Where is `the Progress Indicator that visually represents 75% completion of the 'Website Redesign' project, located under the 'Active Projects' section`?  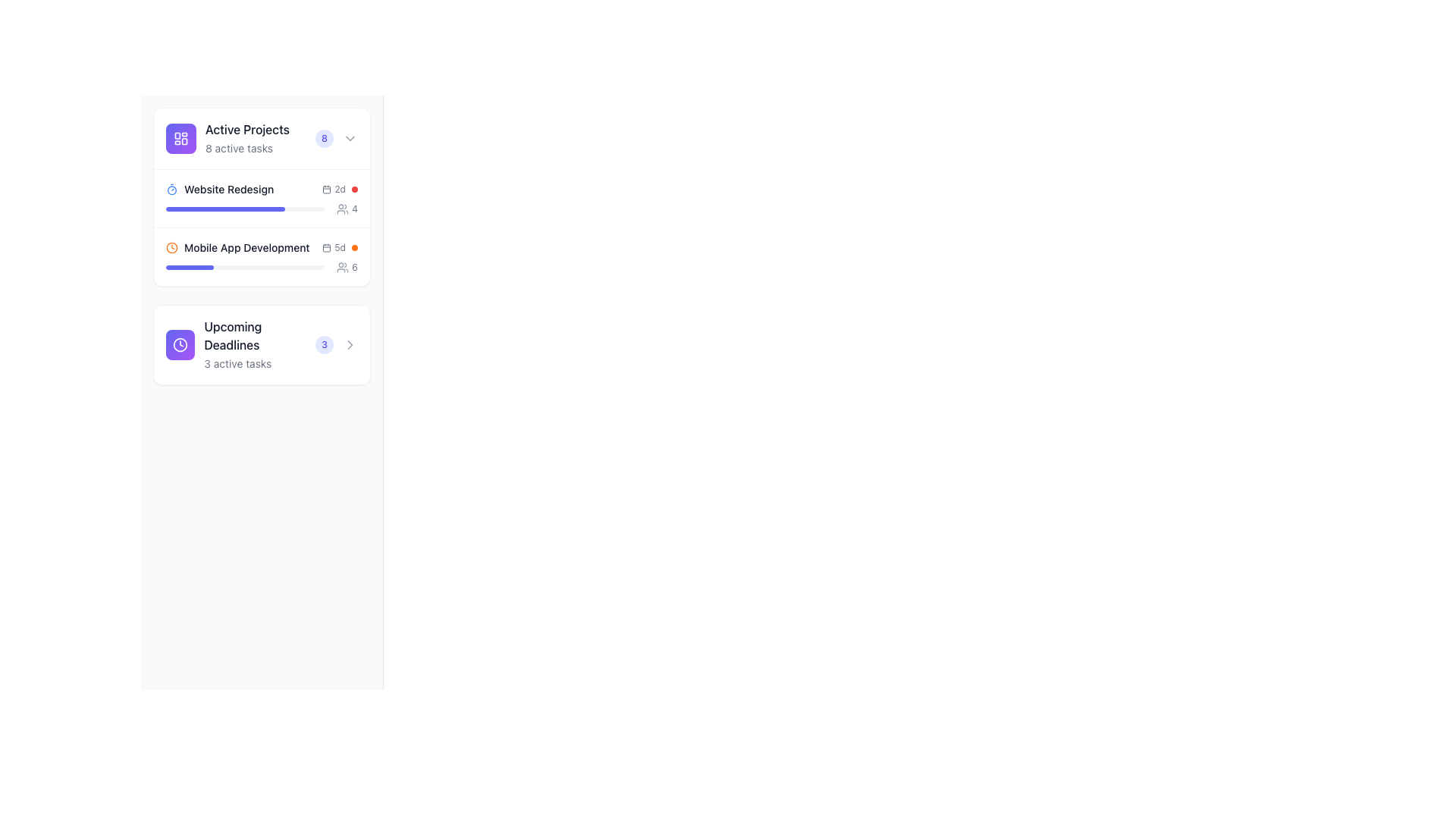
the Progress Indicator that visually represents 75% completion of the 'Website Redesign' project, located under the 'Active Projects' section is located at coordinates (224, 209).